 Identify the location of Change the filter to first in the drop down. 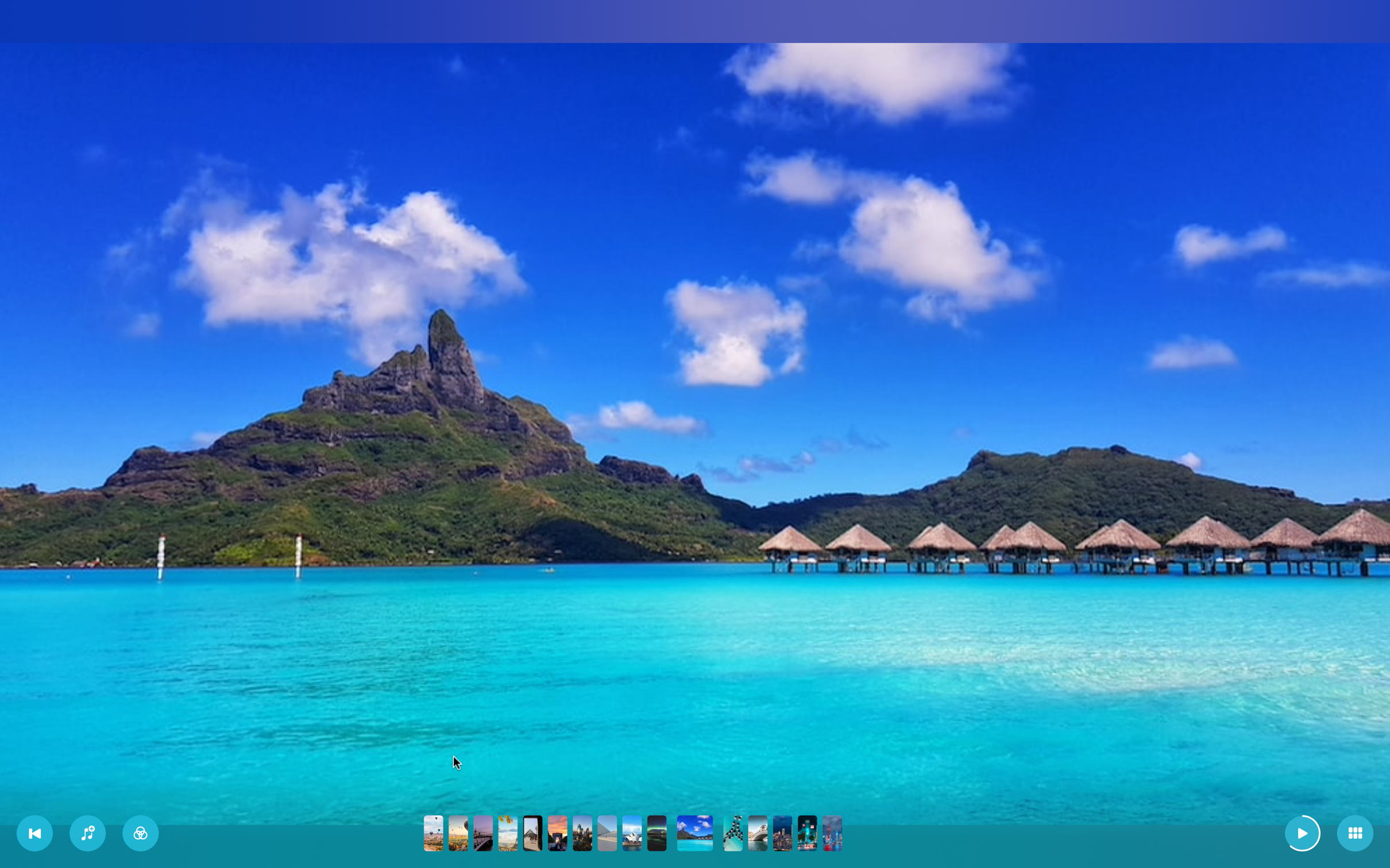
(141, 832).